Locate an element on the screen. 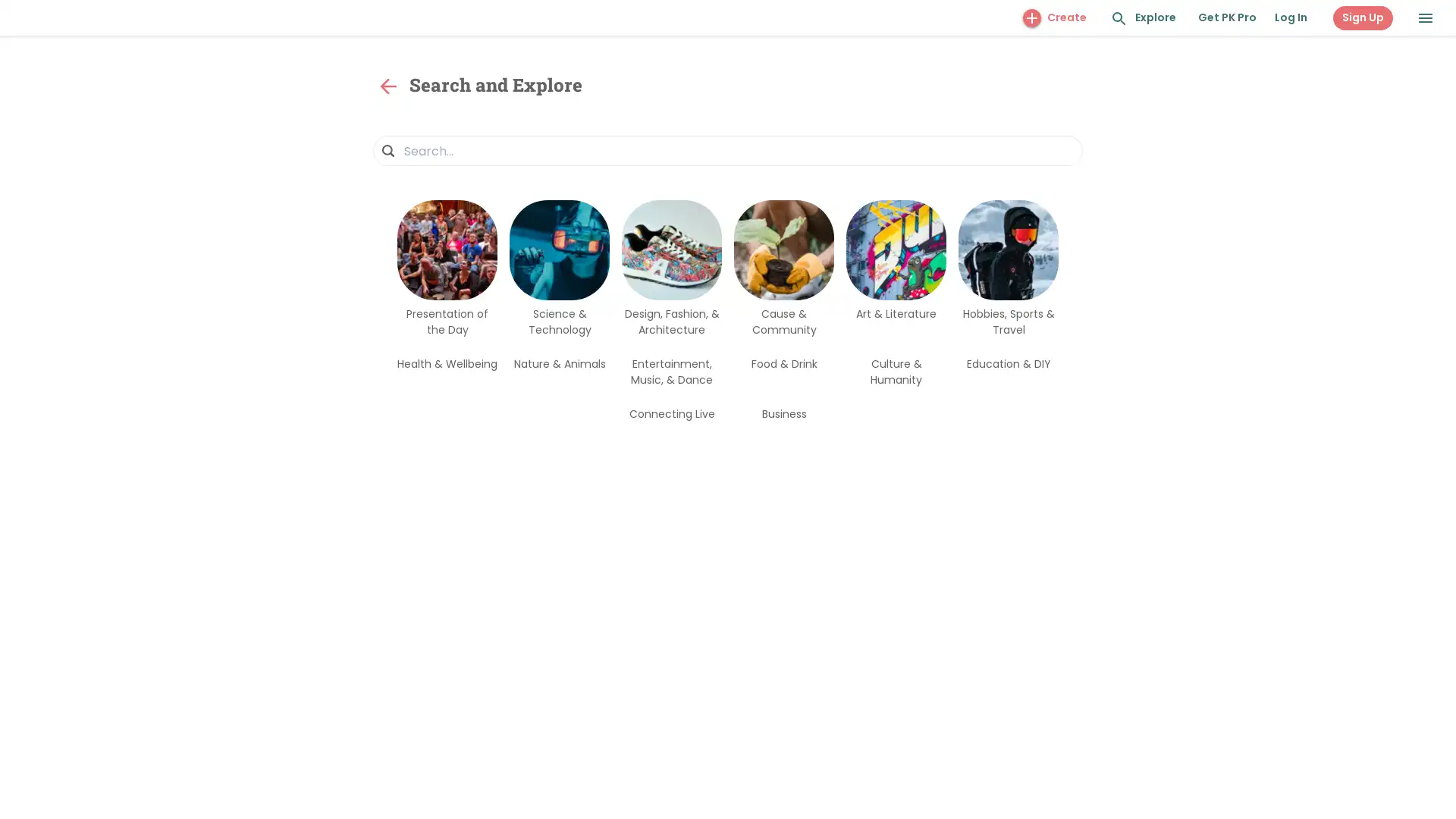 Image resolution: width=1456 pixels, height=819 pixels. Sign Up is located at coordinates (1363, 17).